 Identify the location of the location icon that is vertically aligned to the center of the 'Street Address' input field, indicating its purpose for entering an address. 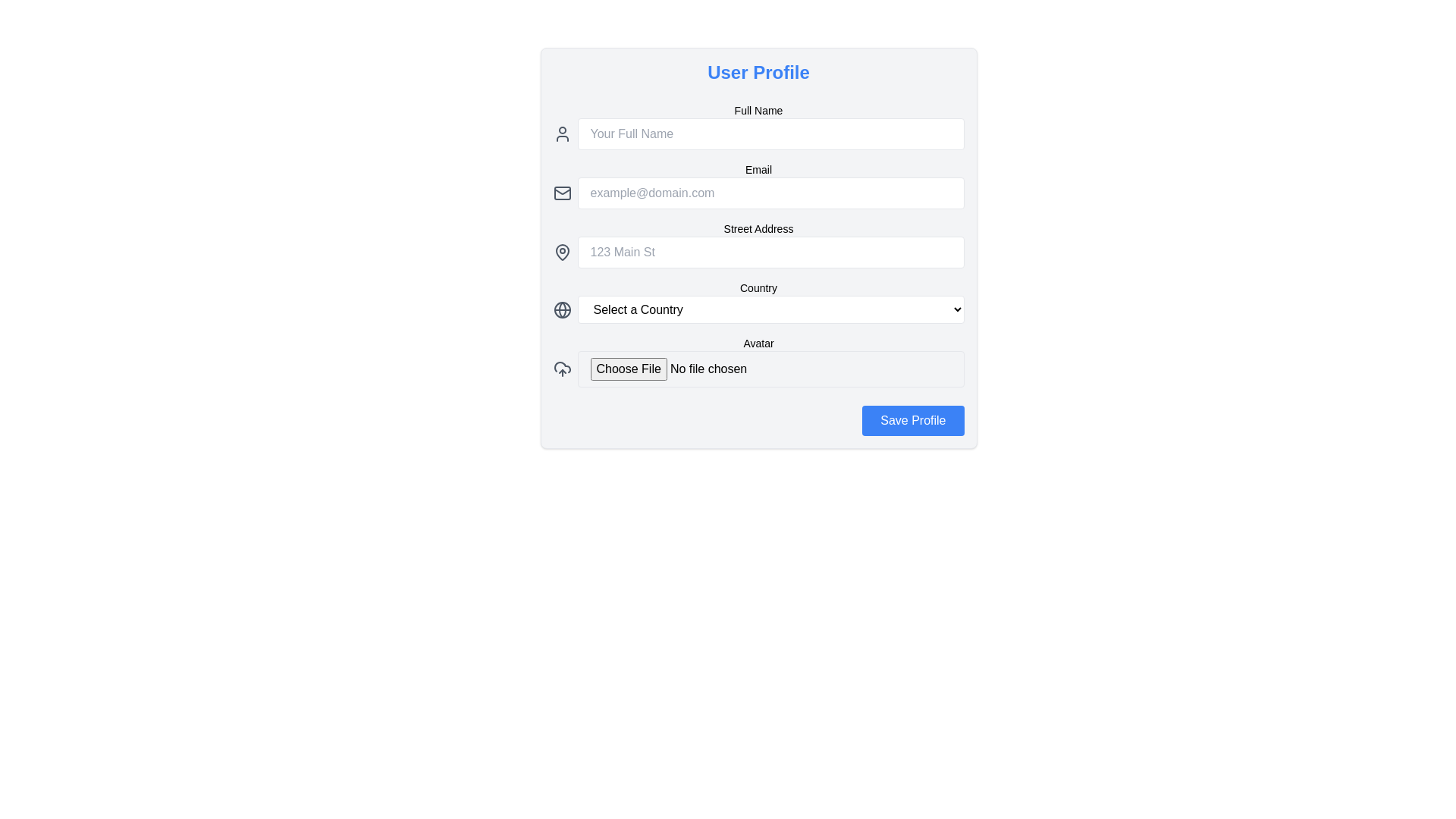
(561, 251).